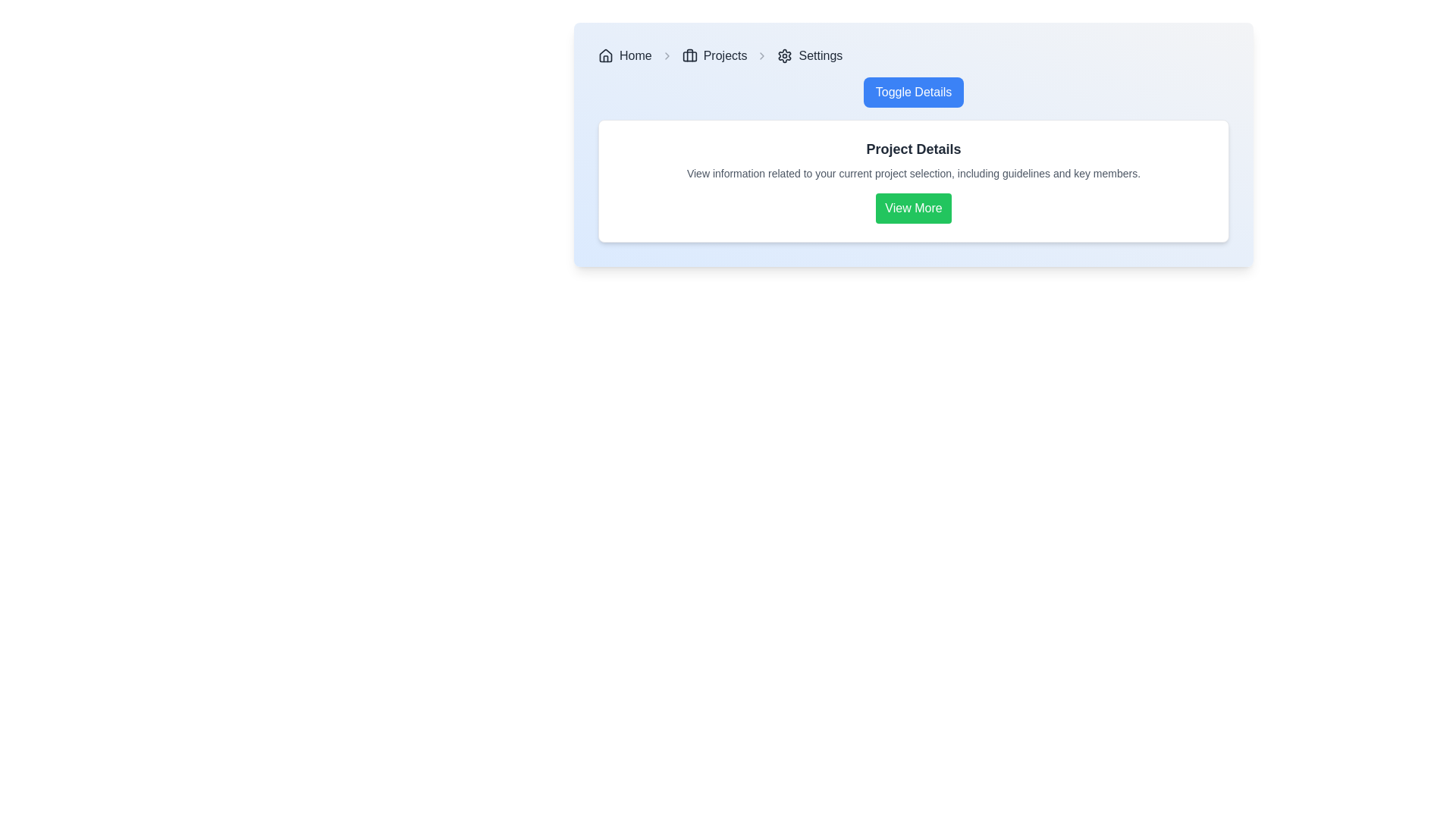 The width and height of the screenshot is (1456, 819). I want to click on the descriptive text label located under the 'Project Details' section, which is styled in small gray font and provides details about the current project selection, so click(912, 172).